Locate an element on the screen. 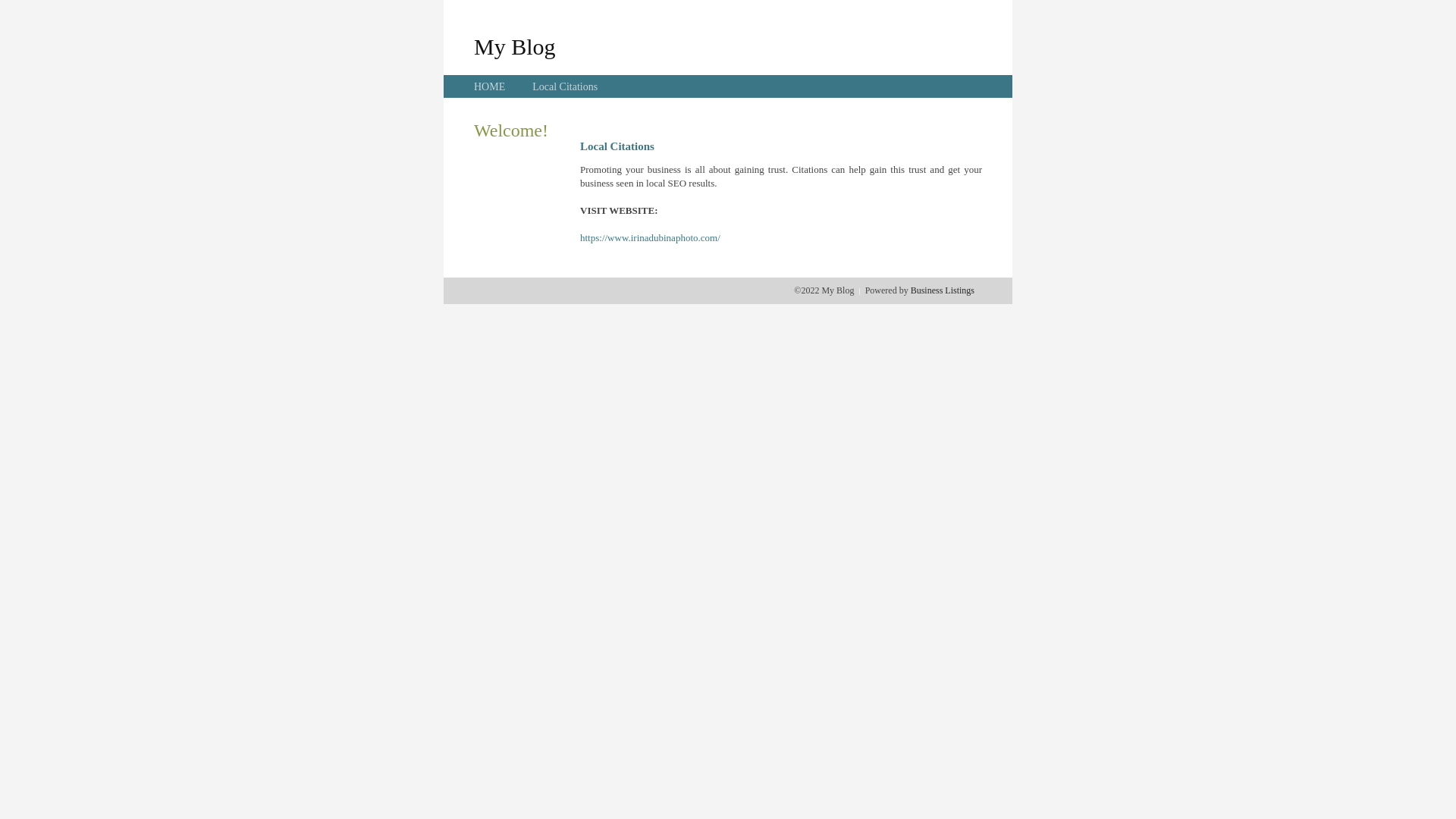 This screenshot has width=1456, height=819. 'My Blog' is located at coordinates (472, 45).